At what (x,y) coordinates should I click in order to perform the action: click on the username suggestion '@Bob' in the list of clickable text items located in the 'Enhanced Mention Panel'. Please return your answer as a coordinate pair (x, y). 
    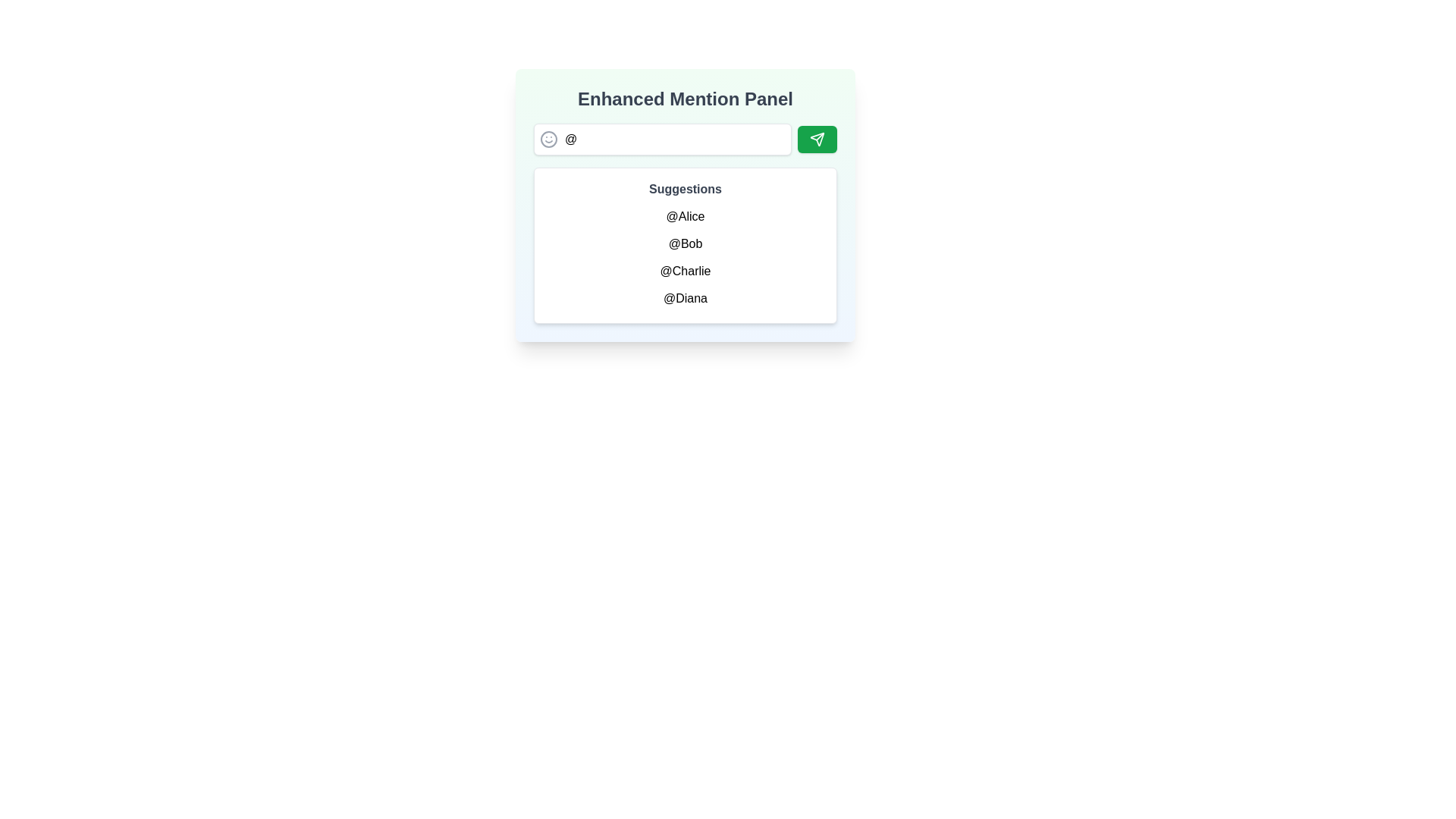
    Looking at the image, I should click on (684, 256).